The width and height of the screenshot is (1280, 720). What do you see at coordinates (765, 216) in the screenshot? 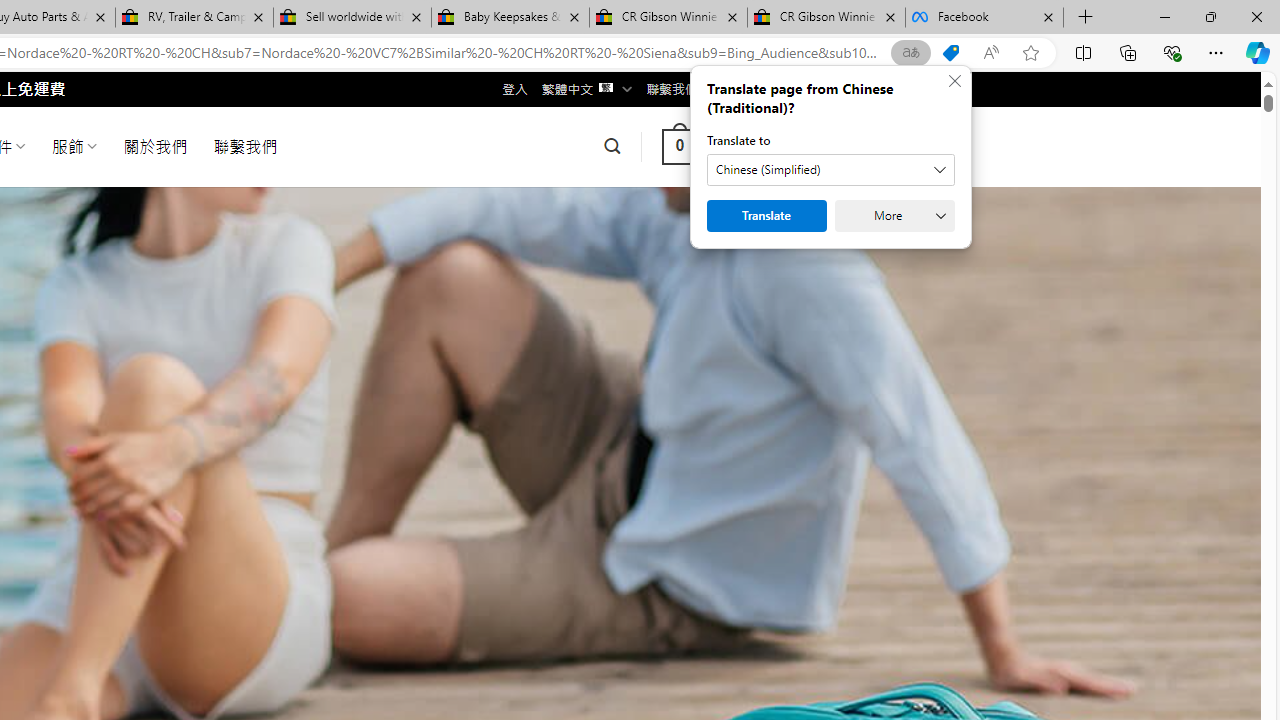
I see `'Translate'` at bounding box center [765, 216].